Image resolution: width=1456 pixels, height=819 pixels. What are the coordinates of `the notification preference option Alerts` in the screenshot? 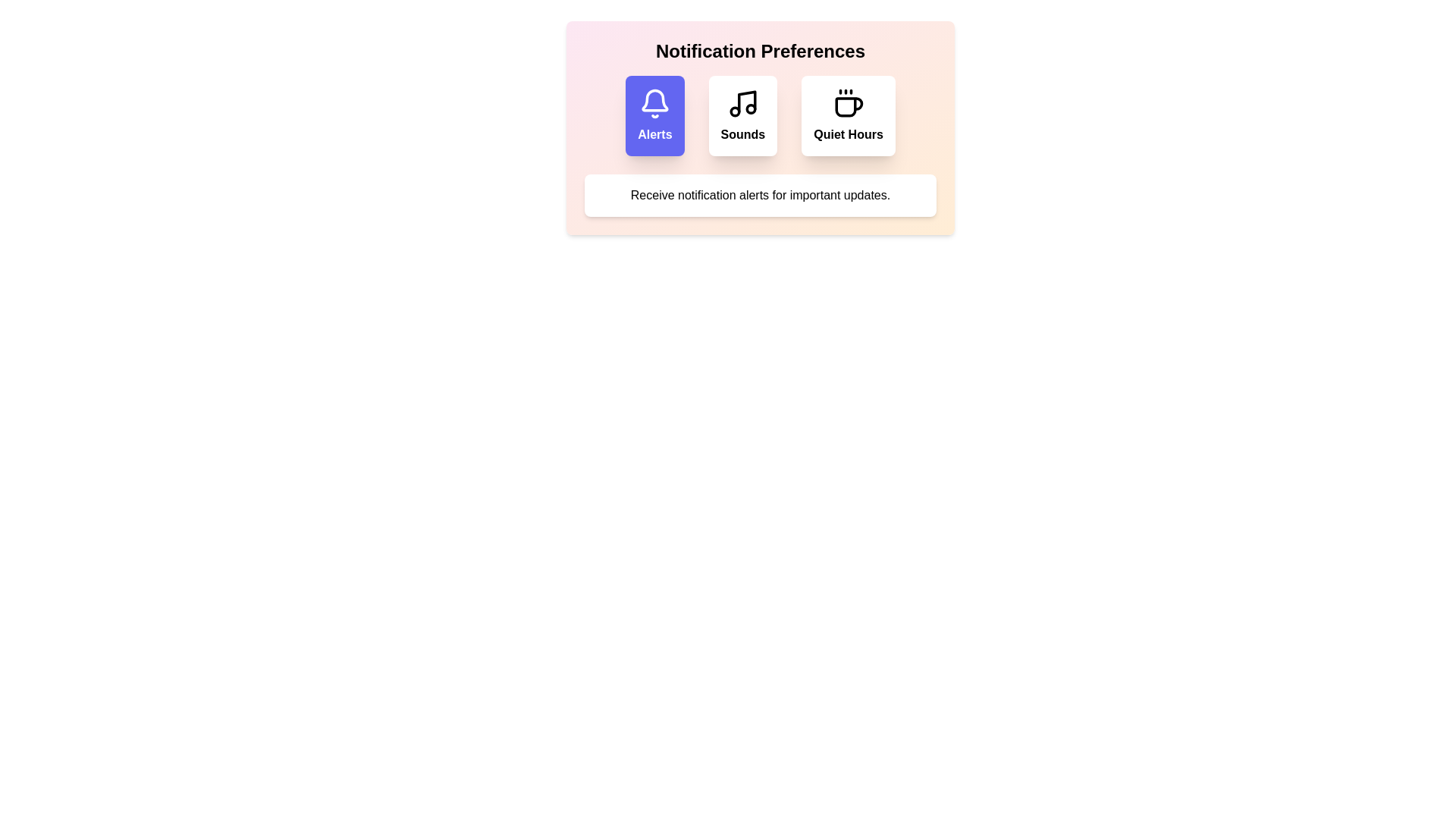 It's located at (654, 115).